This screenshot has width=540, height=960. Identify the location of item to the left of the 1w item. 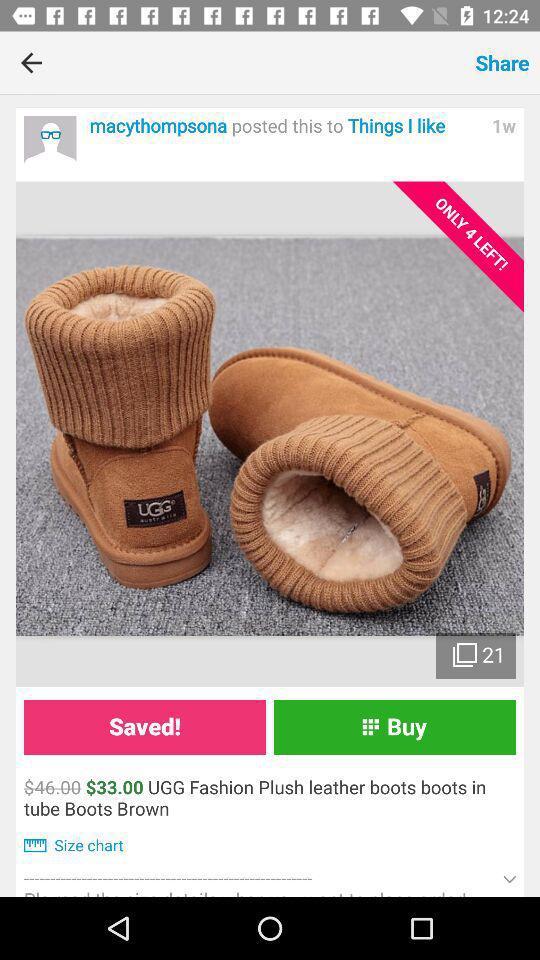
(284, 125).